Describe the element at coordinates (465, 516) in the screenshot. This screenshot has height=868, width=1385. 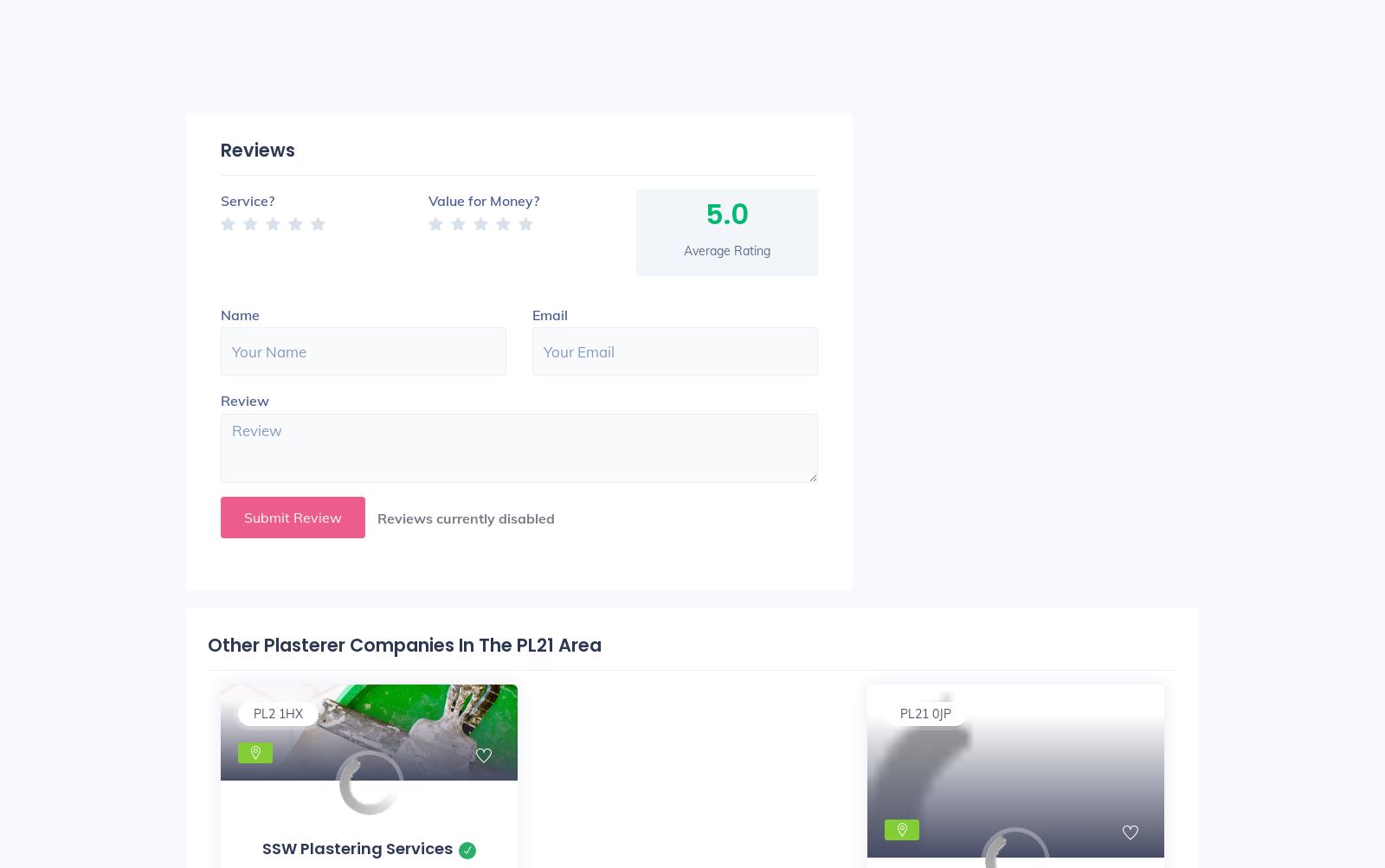
I see `'Reviews currently disabled'` at that location.